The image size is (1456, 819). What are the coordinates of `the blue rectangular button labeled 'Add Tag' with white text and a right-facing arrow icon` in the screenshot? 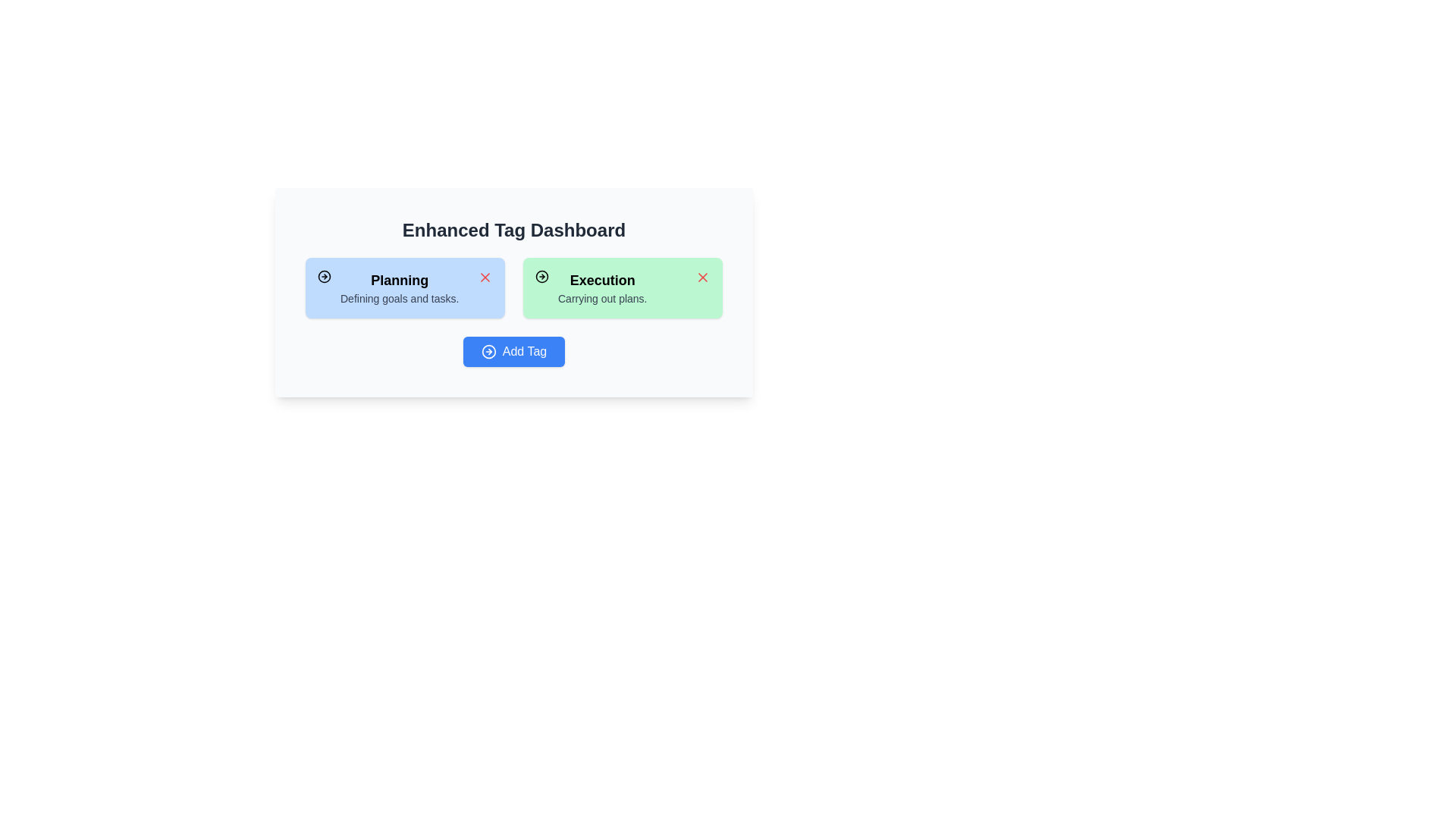 It's located at (513, 351).